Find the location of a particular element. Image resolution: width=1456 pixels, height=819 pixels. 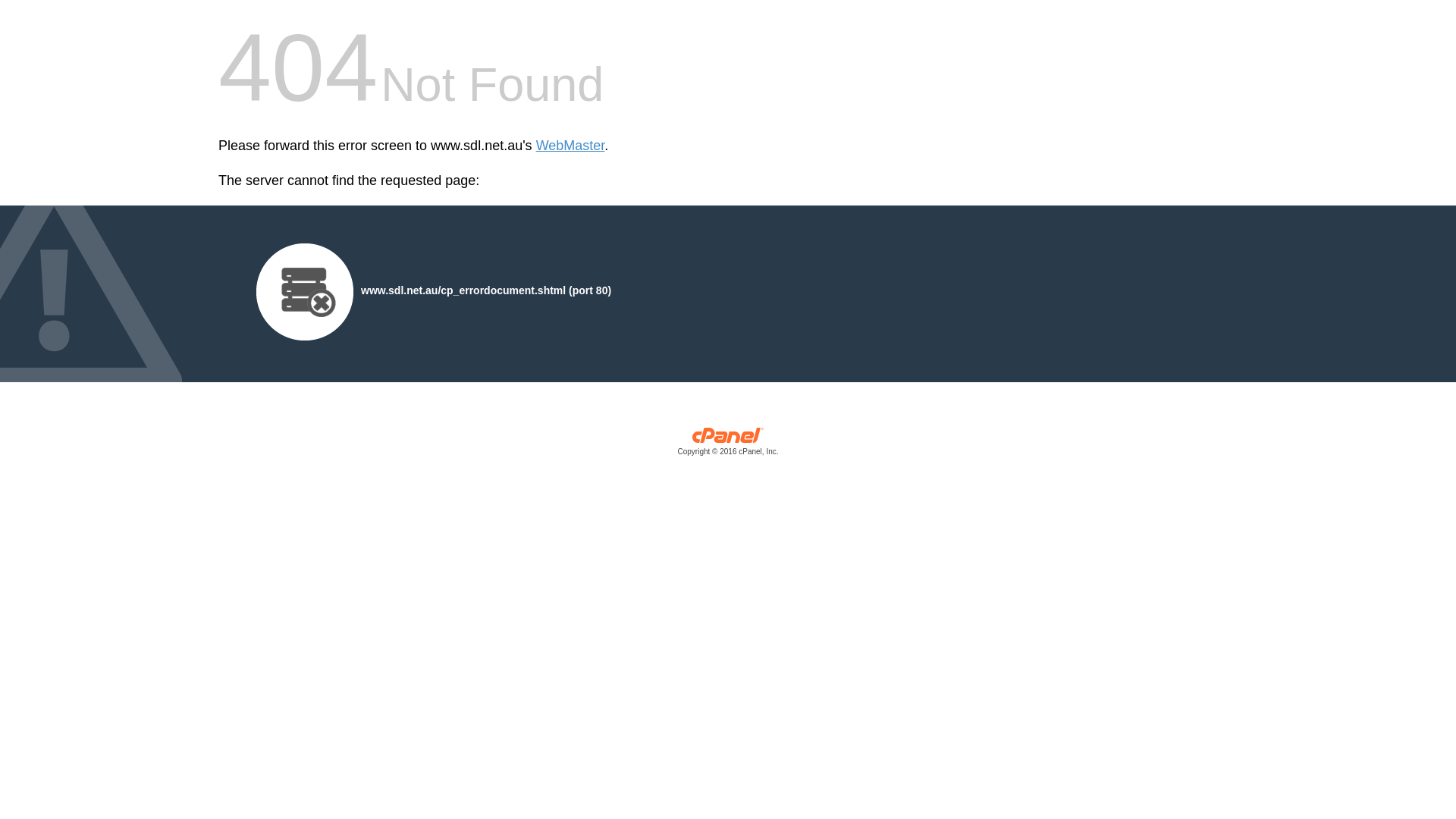

'WebMaster' is located at coordinates (570, 146).